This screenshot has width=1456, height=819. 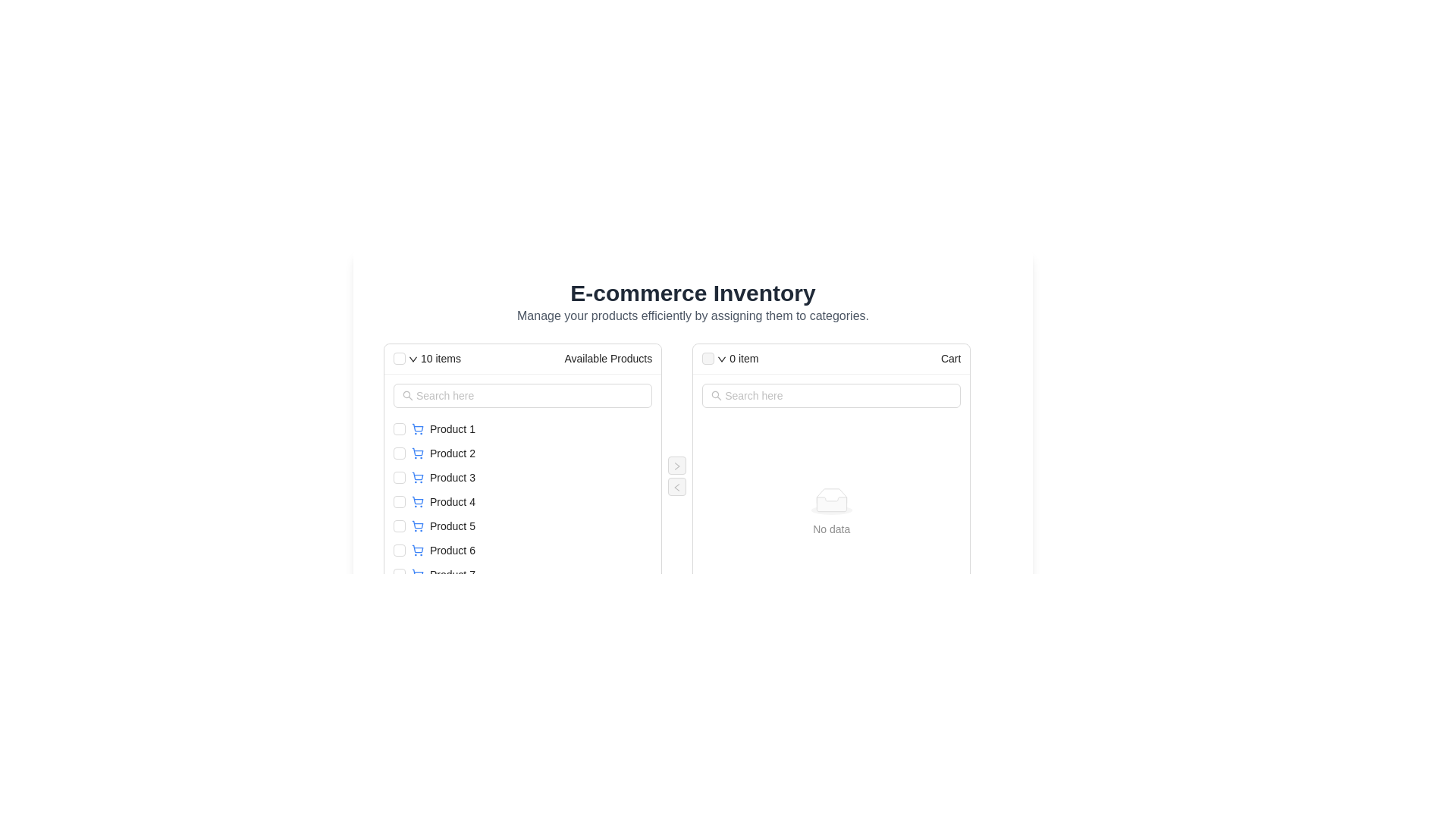 What do you see at coordinates (557, 359) in the screenshot?
I see `the static label displaying 'Available Products' located in the header section, which is to the right of the '10 items' count indicator and aligned with the checkbox` at bounding box center [557, 359].